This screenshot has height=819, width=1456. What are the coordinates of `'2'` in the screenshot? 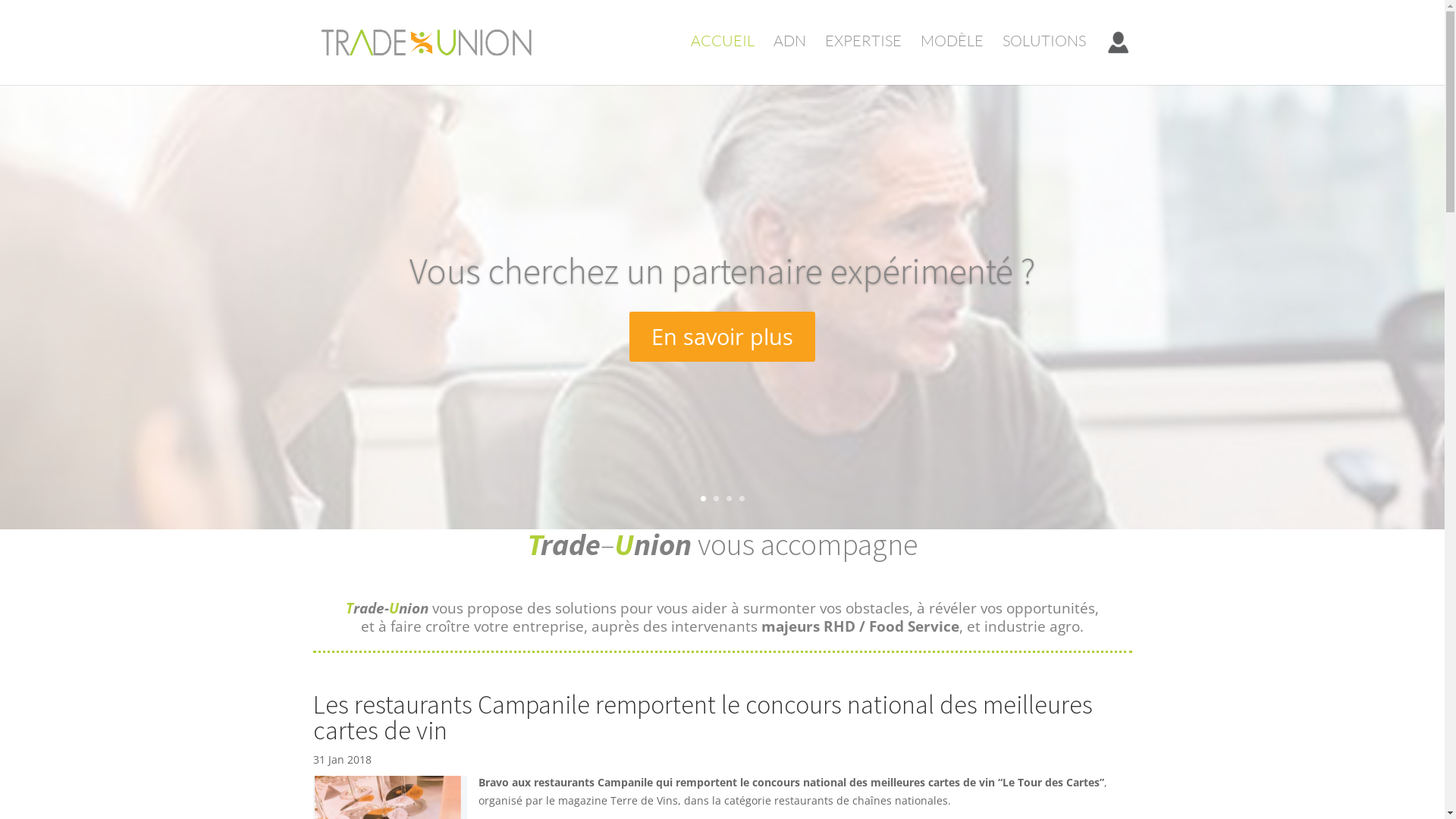 It's located at (714, 498).